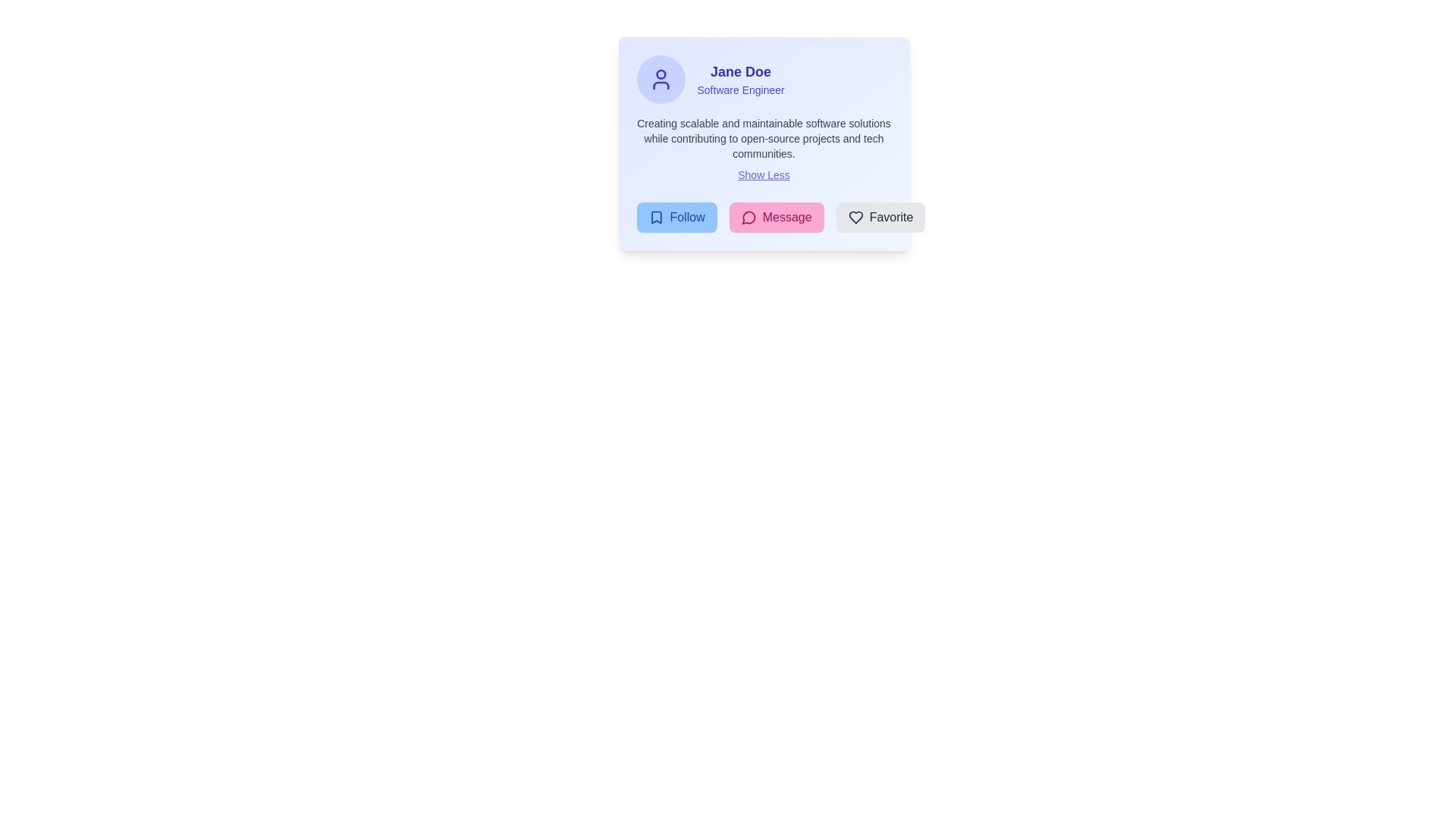  I want to click on the 'Message' button with a pink background and chat bubble icon in the button group located at the bottom of the user information card, so click(764, 217).